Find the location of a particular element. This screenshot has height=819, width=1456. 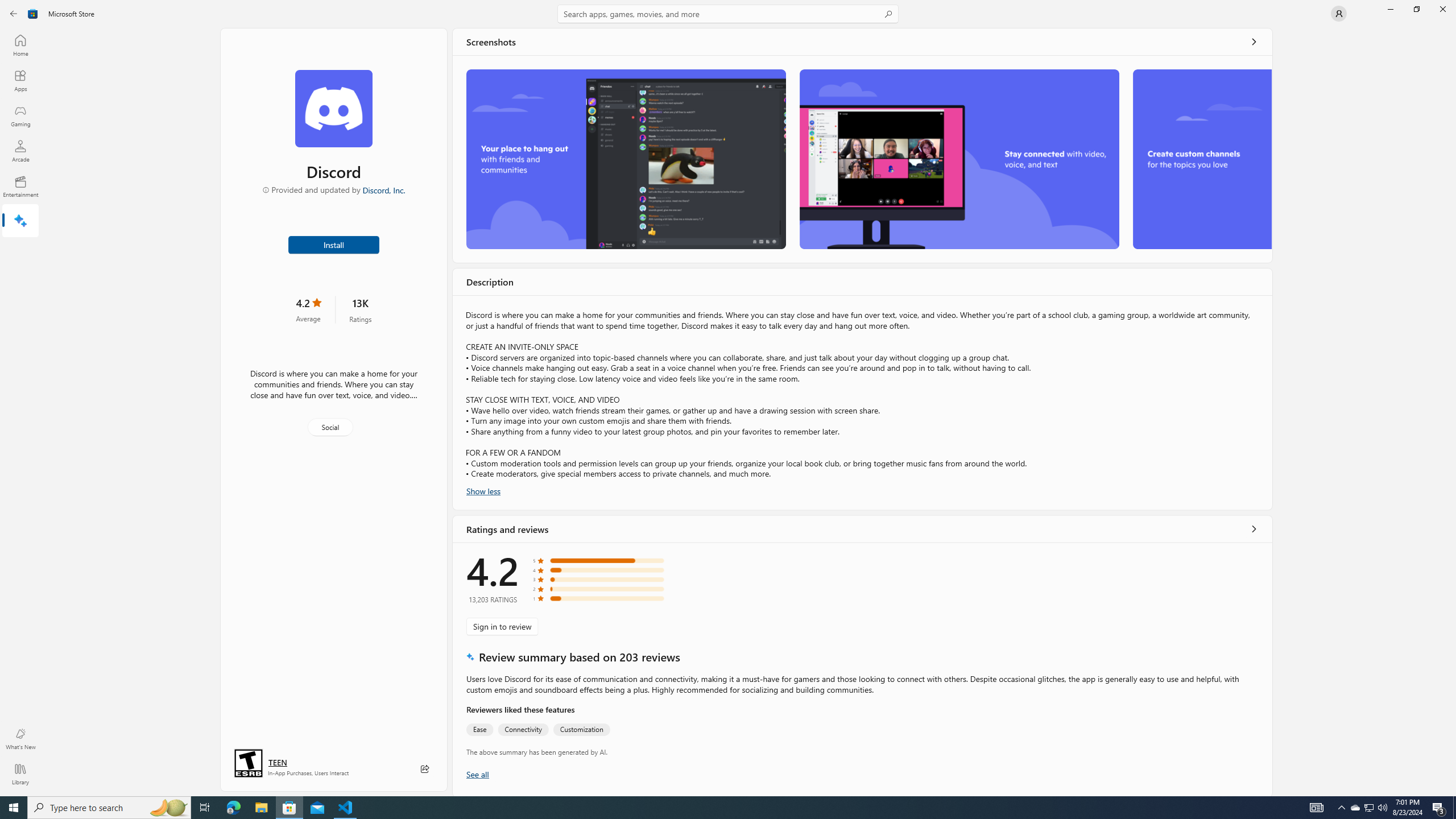

'Discord, Inc.' is located at coordinates (383, 189).